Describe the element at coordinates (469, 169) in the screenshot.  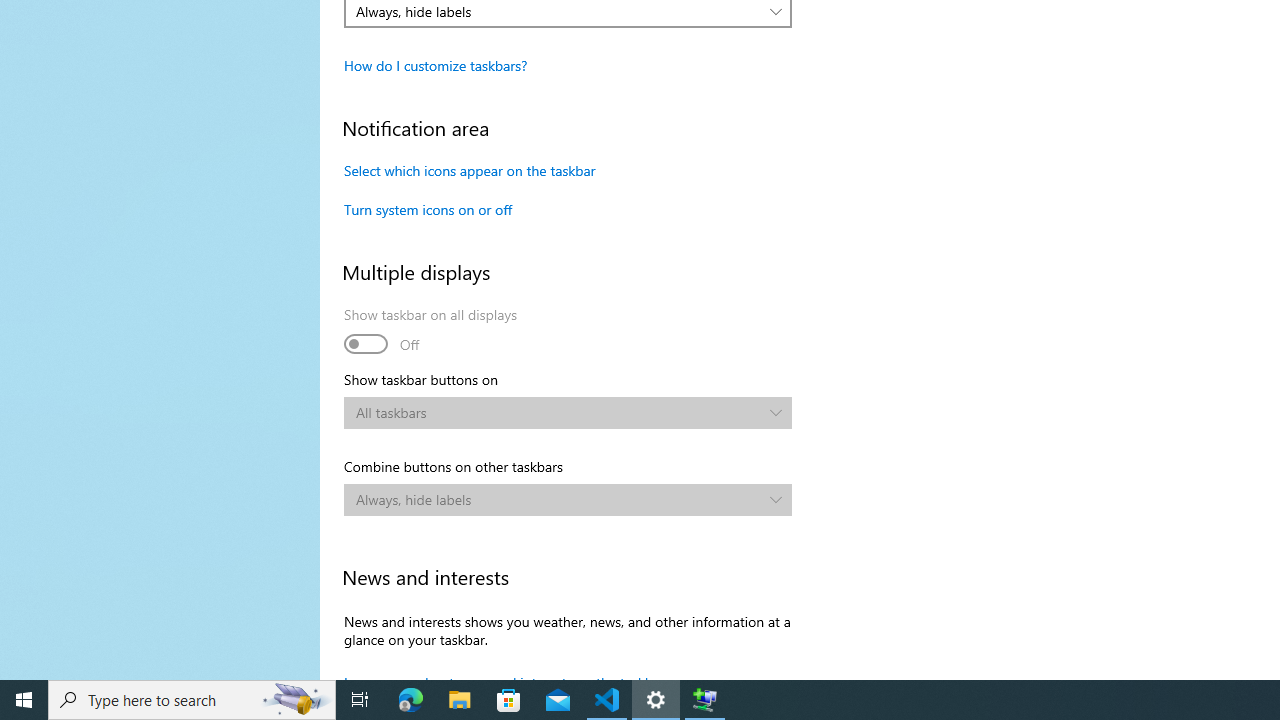
I see `'Select which icons appear on the taskbar'` at that location.